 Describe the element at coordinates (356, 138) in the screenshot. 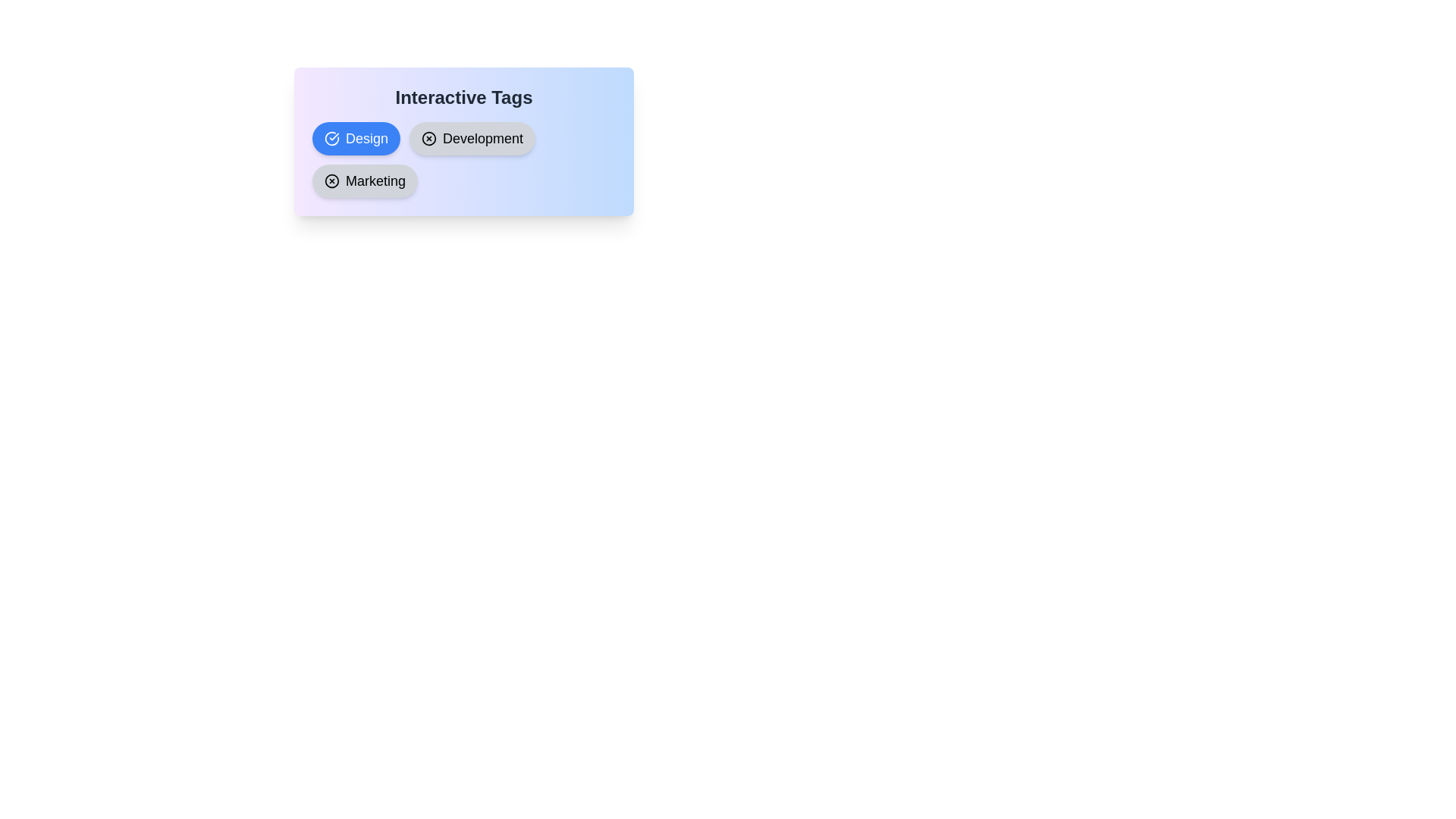

I see `the chip labeled 'Design' to observe its hover effect` at that location.